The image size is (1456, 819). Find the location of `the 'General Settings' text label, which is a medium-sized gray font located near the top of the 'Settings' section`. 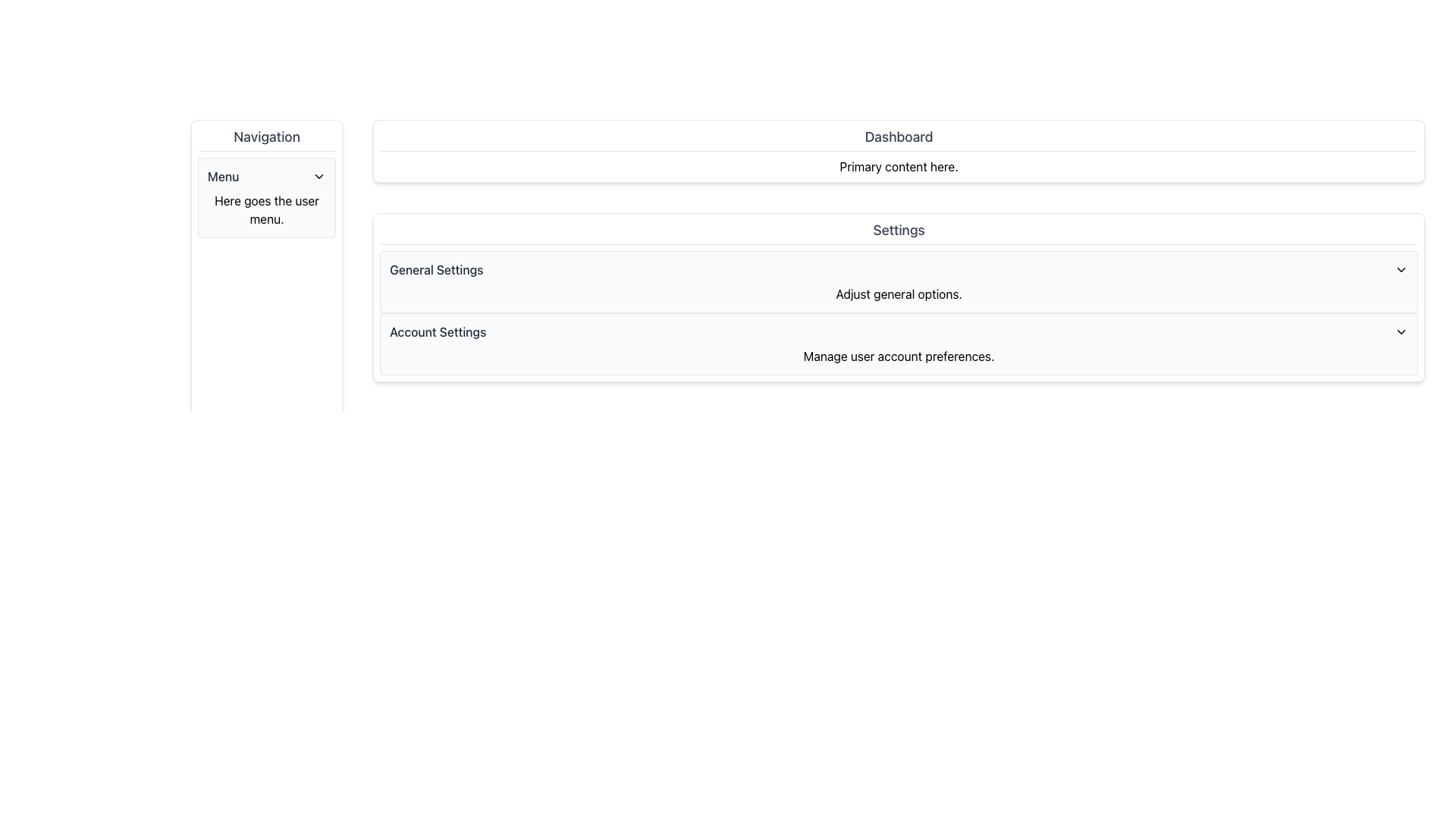

the 'General Settings' text label, which is a medium-sized gray font located near the top of the 'Settings' section is located at coordinates (435, 268).